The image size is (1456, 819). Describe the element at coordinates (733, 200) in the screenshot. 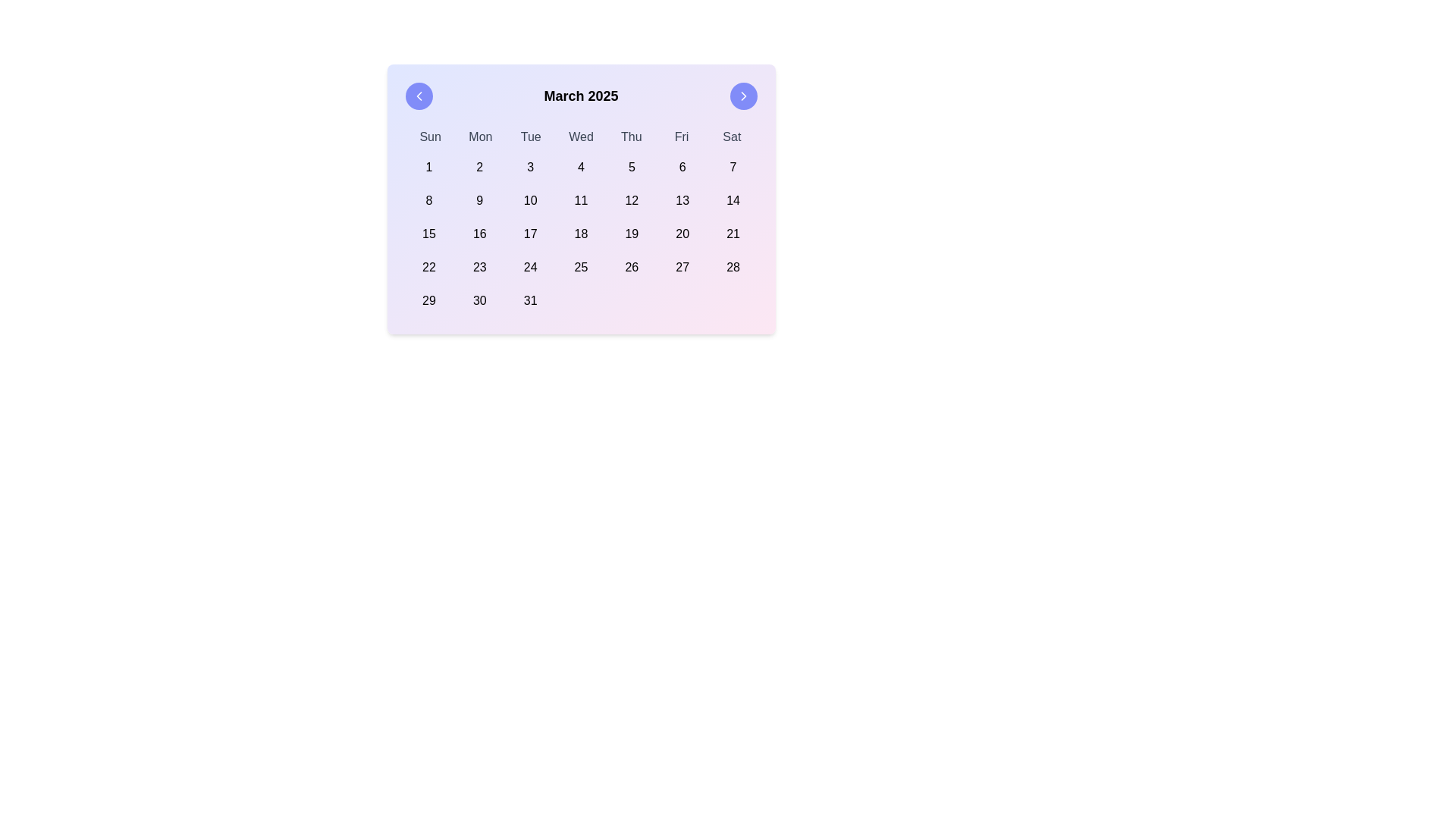

I see `the rounded rectangular button displaying the number '14' in black text, located in the fourth row and seventh column of the calendar interface` at that location.